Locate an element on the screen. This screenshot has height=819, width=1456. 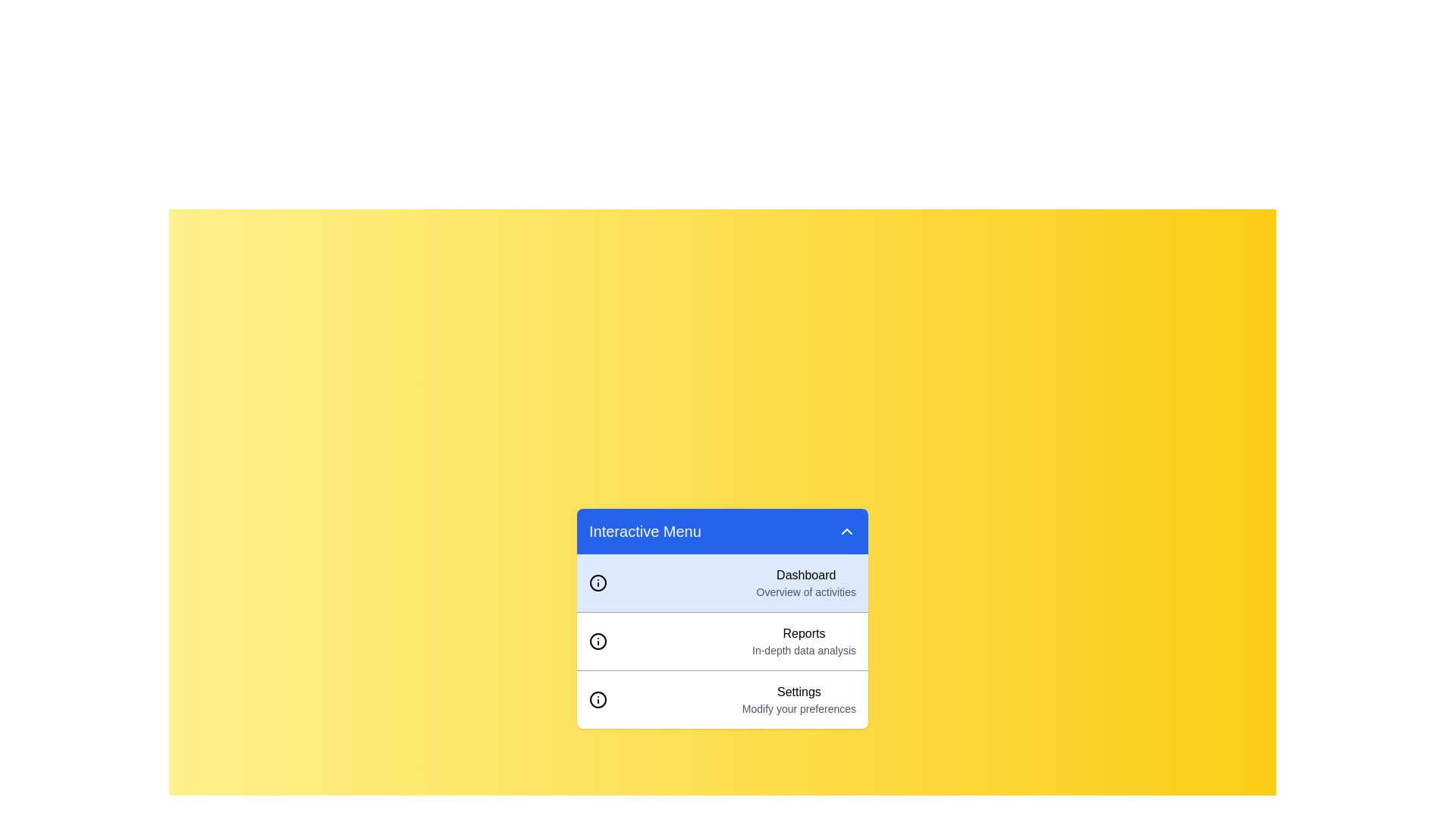
the item Reports from the list is located at coordinates (722, 641).